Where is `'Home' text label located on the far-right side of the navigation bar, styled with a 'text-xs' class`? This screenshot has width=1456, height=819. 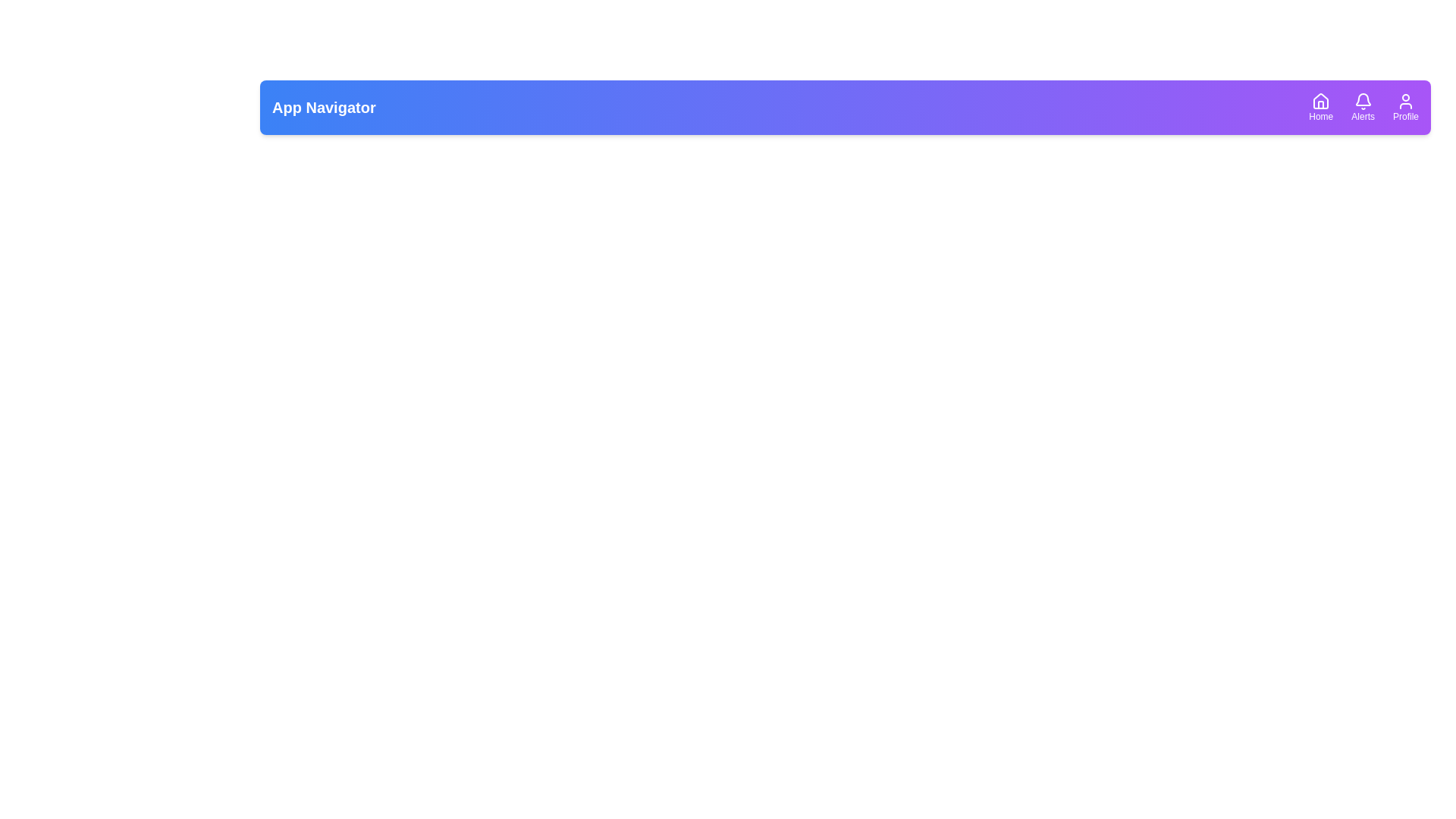
'Home' text label located on the far-right side of the navigation bar, styled with a 'text-xs' class is located at coordinates (1320, 116).